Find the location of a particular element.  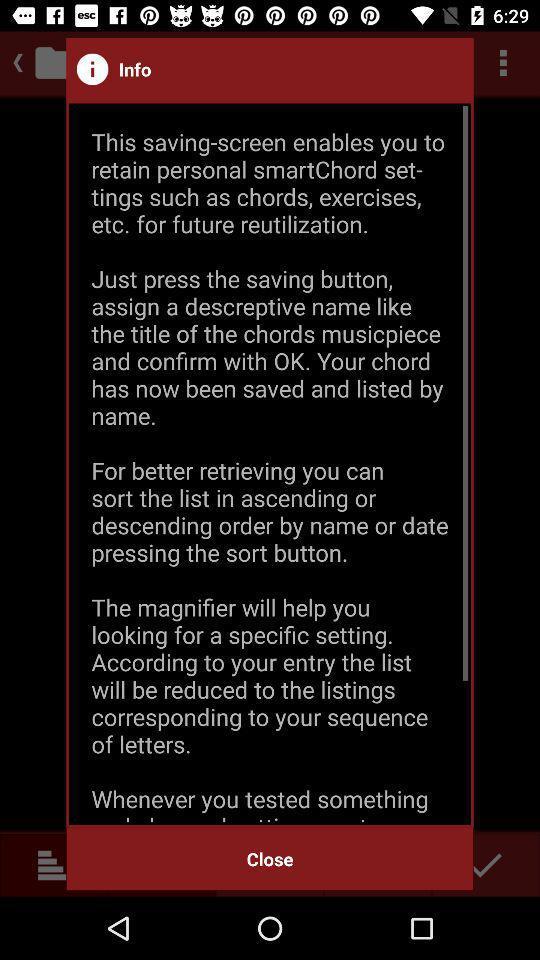

the item below the this saving screen is located at coordinates (270, 858).